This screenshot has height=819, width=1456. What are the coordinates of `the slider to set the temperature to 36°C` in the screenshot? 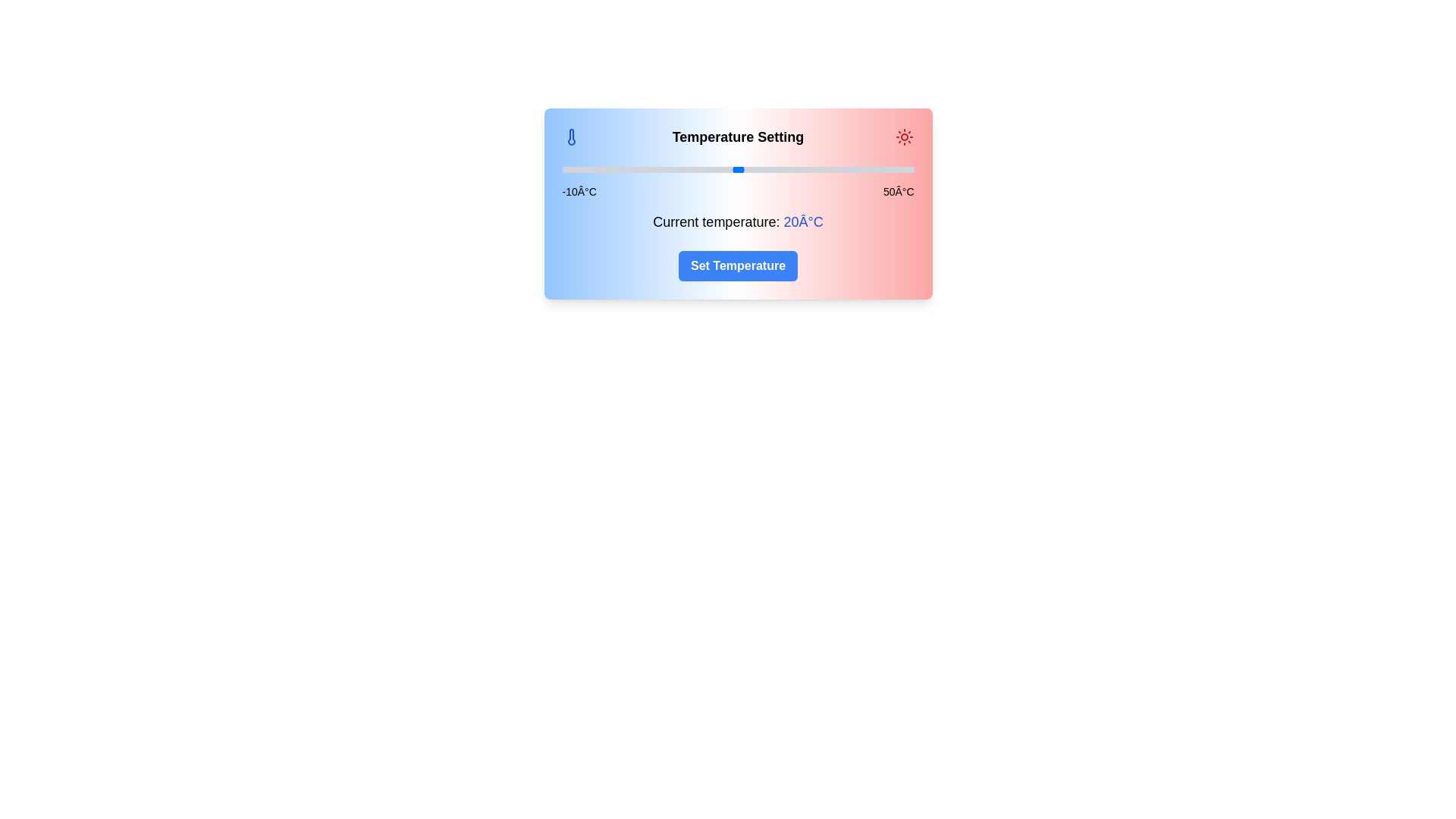 It's located at (831, 169).